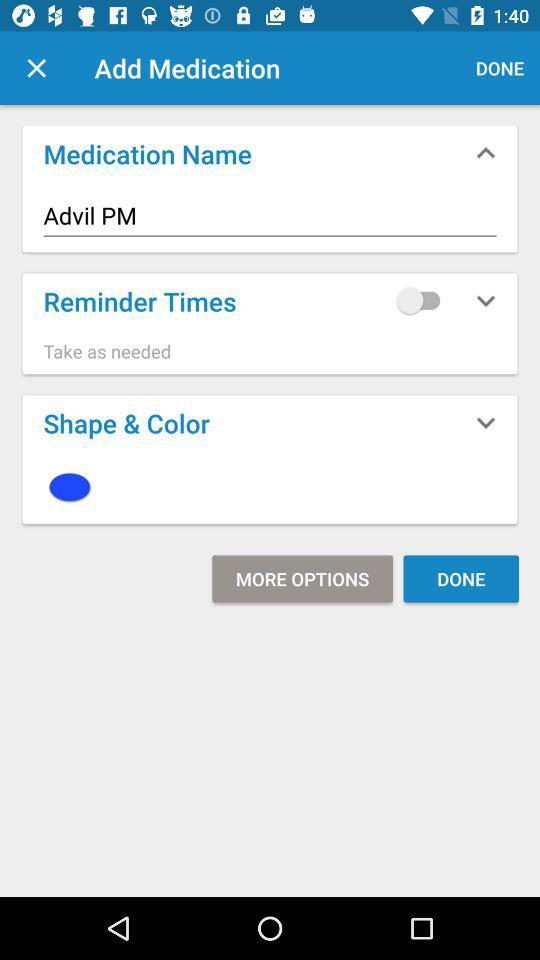 The image size is (540, 960). I want to click on icon to the left of the add medication item, so click(36, 68).